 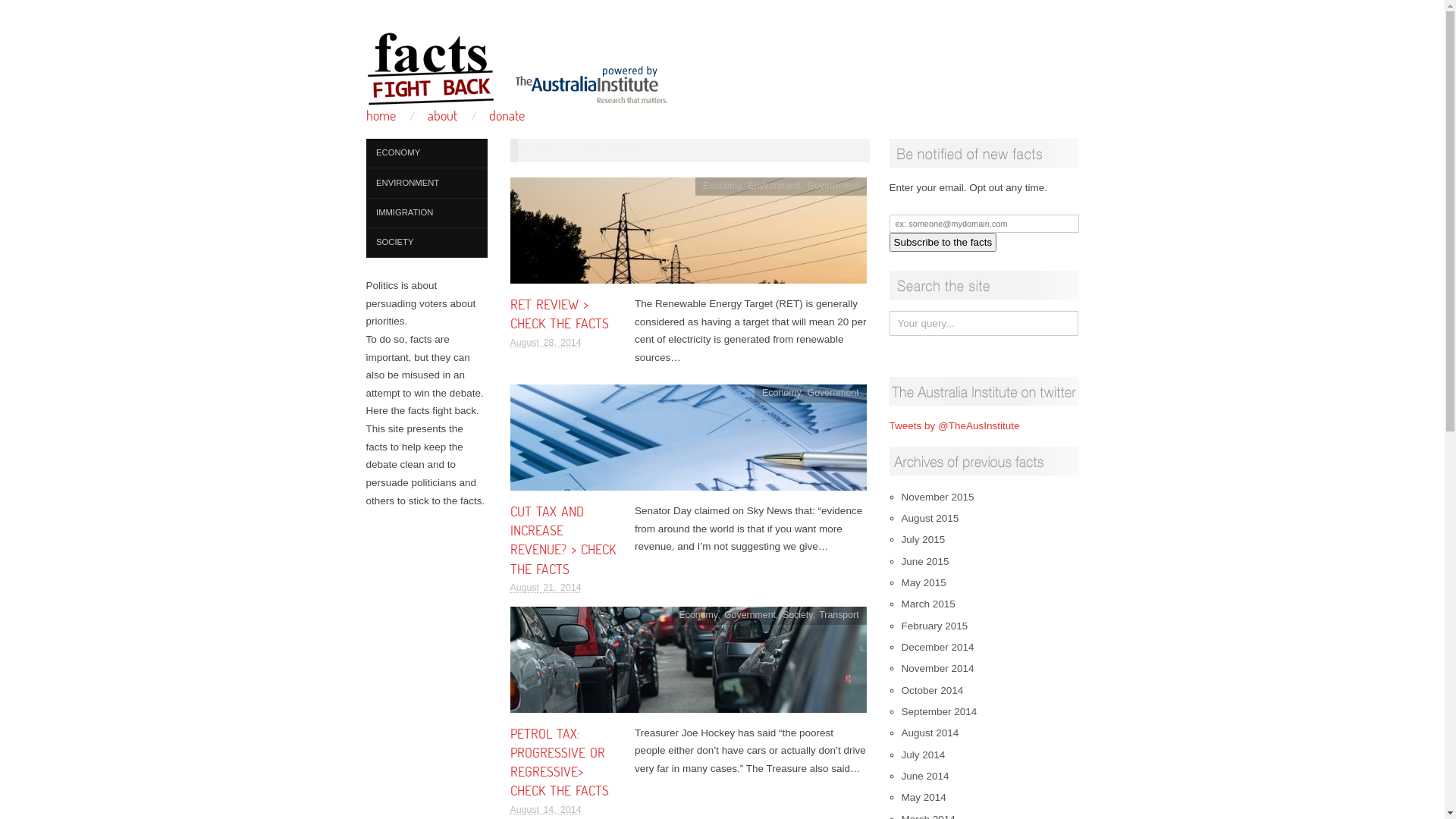 I want to click on 'Society', so click(x=796, y=614).